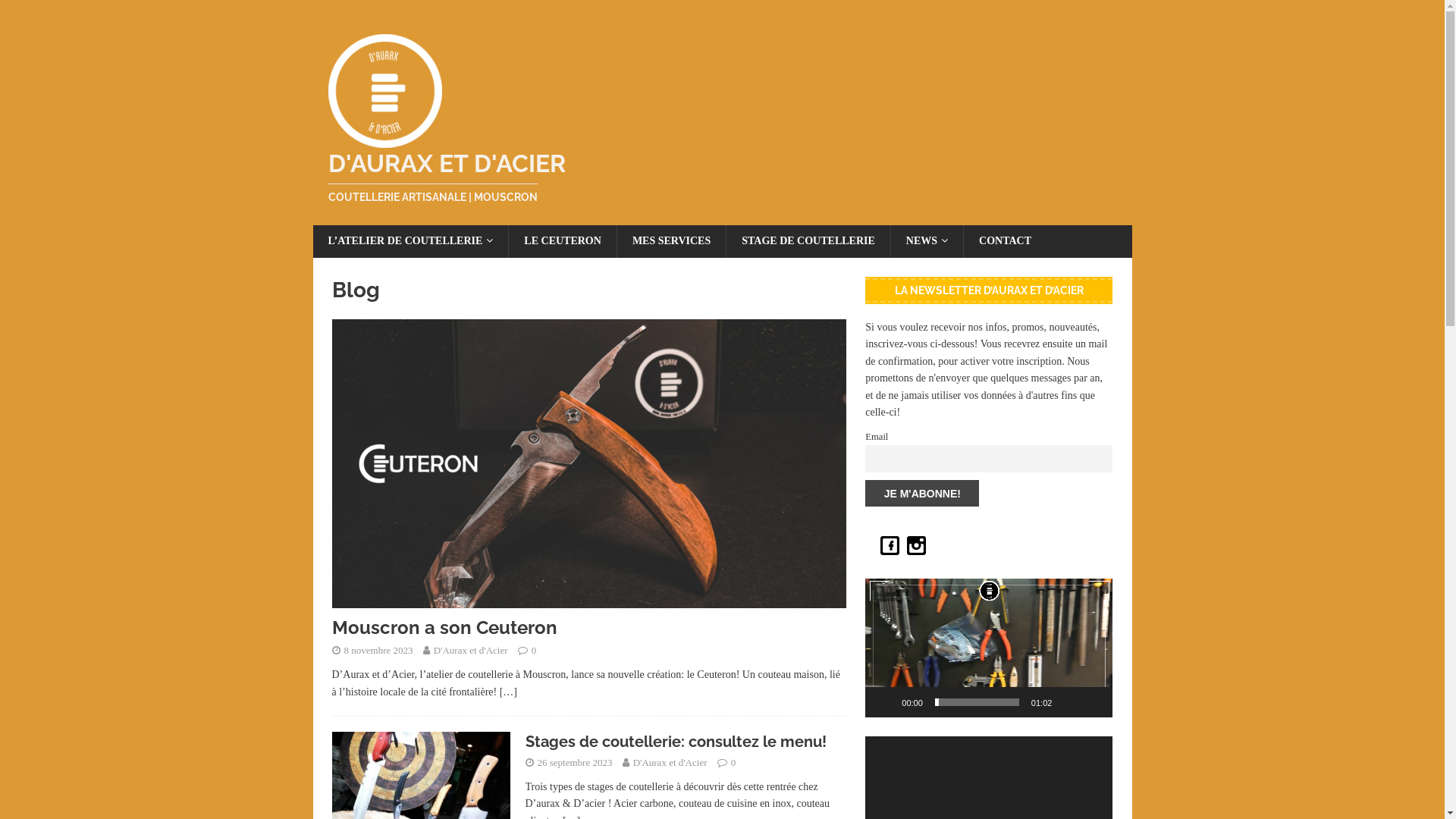 Image resolution: width=1456 pixels, height=819 pixels. Describe the element at coordinates (670, 240) in the screenshot. I see `'MES SERVICES'` at that location.